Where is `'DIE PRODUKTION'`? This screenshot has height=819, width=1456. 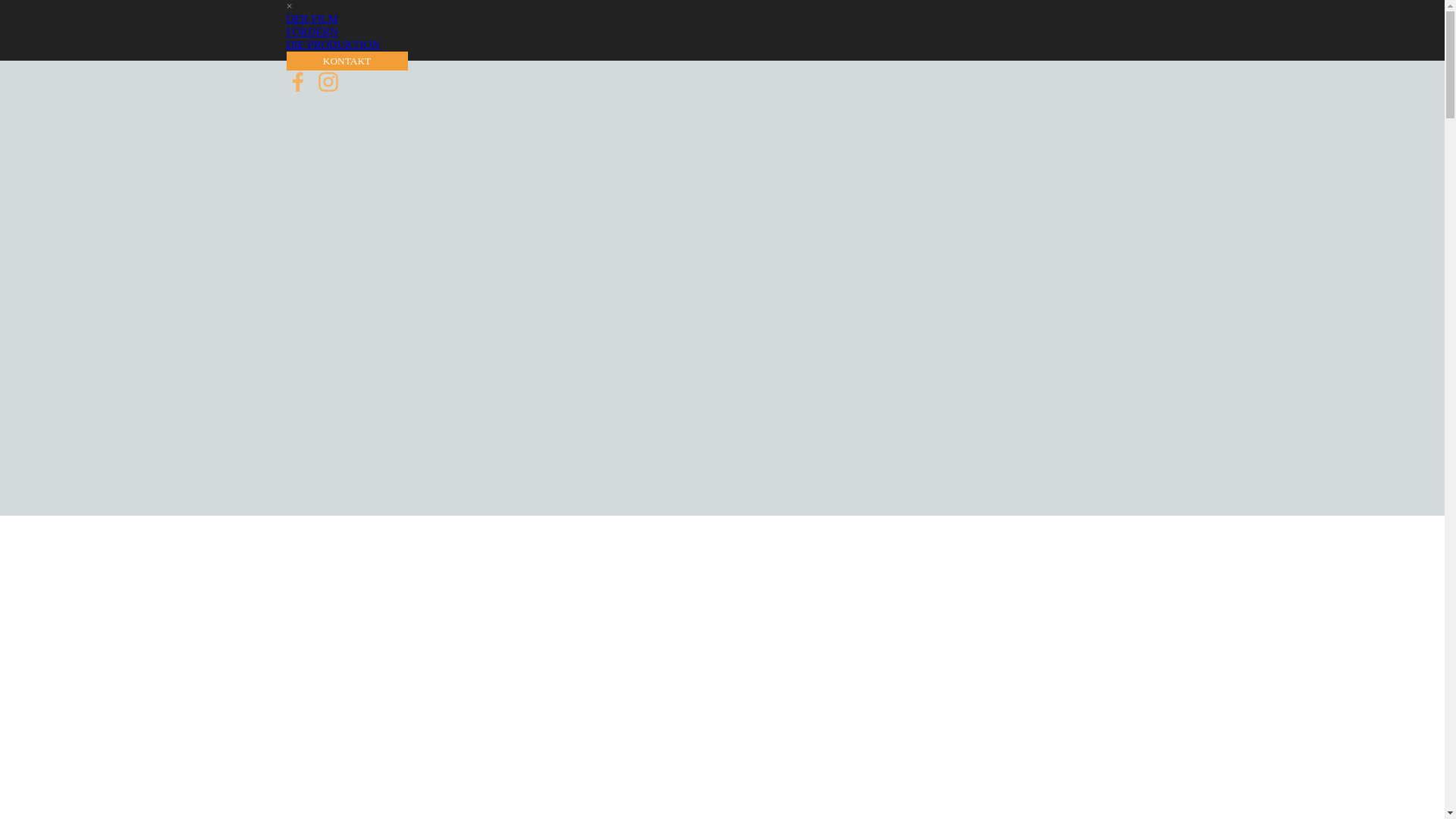 'DIE PRODUKTION' is located at coordinates (287, 43).